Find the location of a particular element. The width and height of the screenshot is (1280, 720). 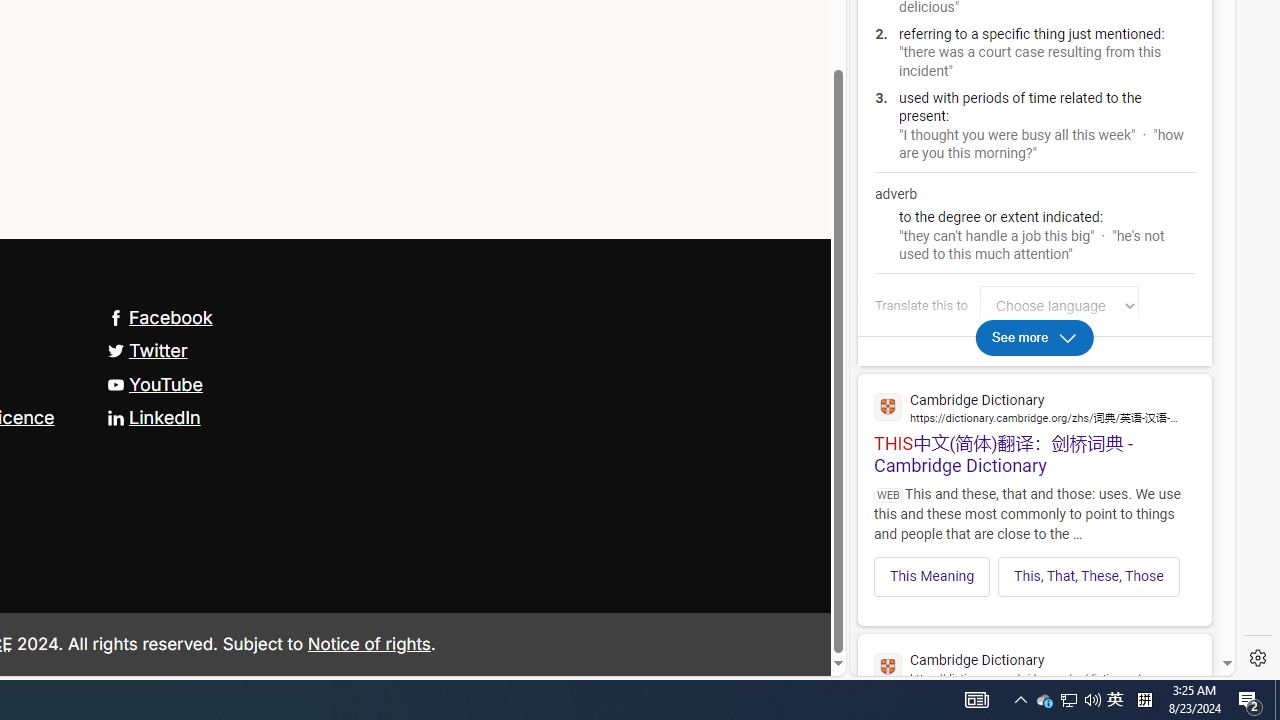

'This, That, These, Those' is located at coordinates (1088, 576).